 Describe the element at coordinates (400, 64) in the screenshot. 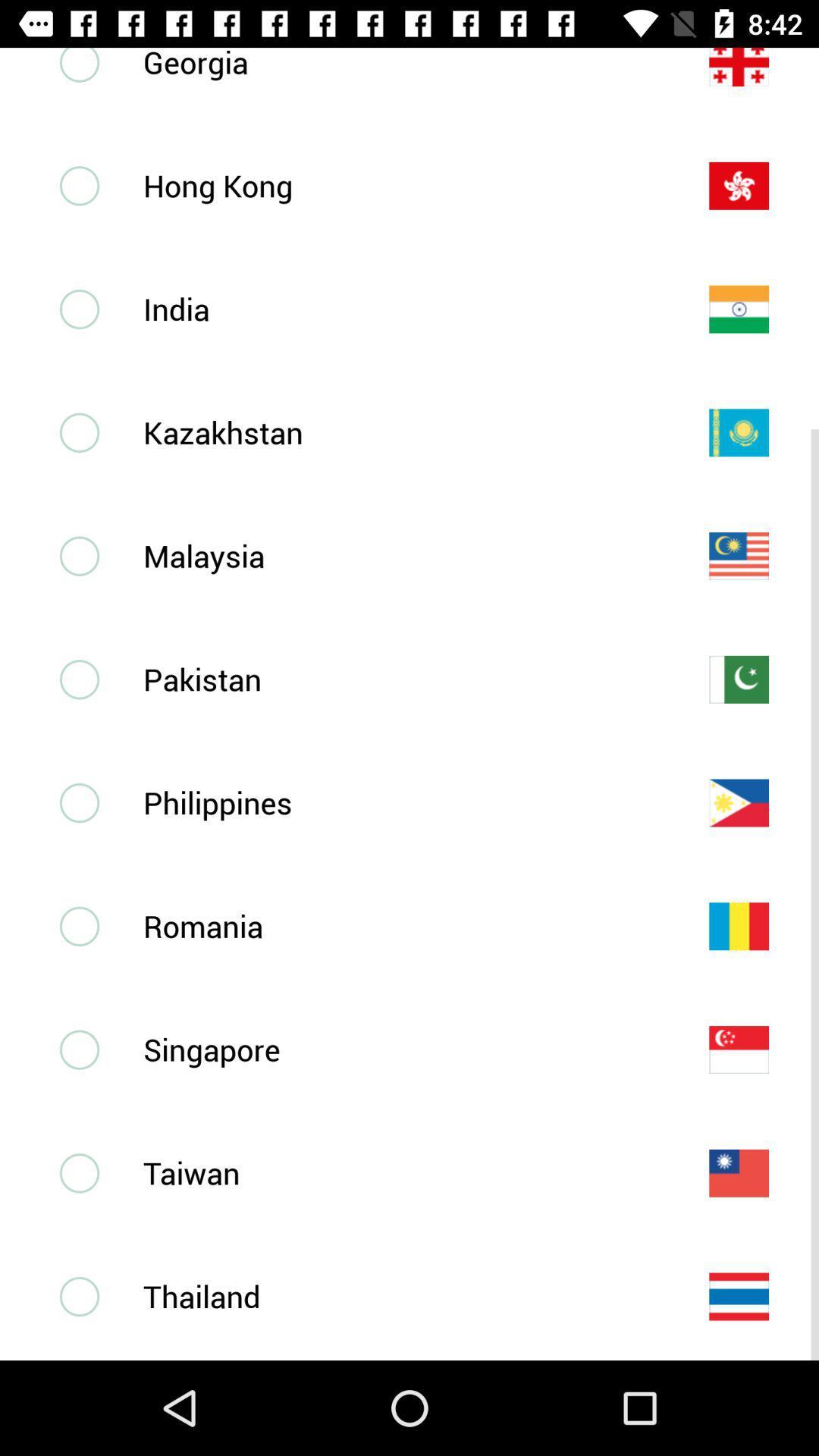

I see `georgia` at that location.